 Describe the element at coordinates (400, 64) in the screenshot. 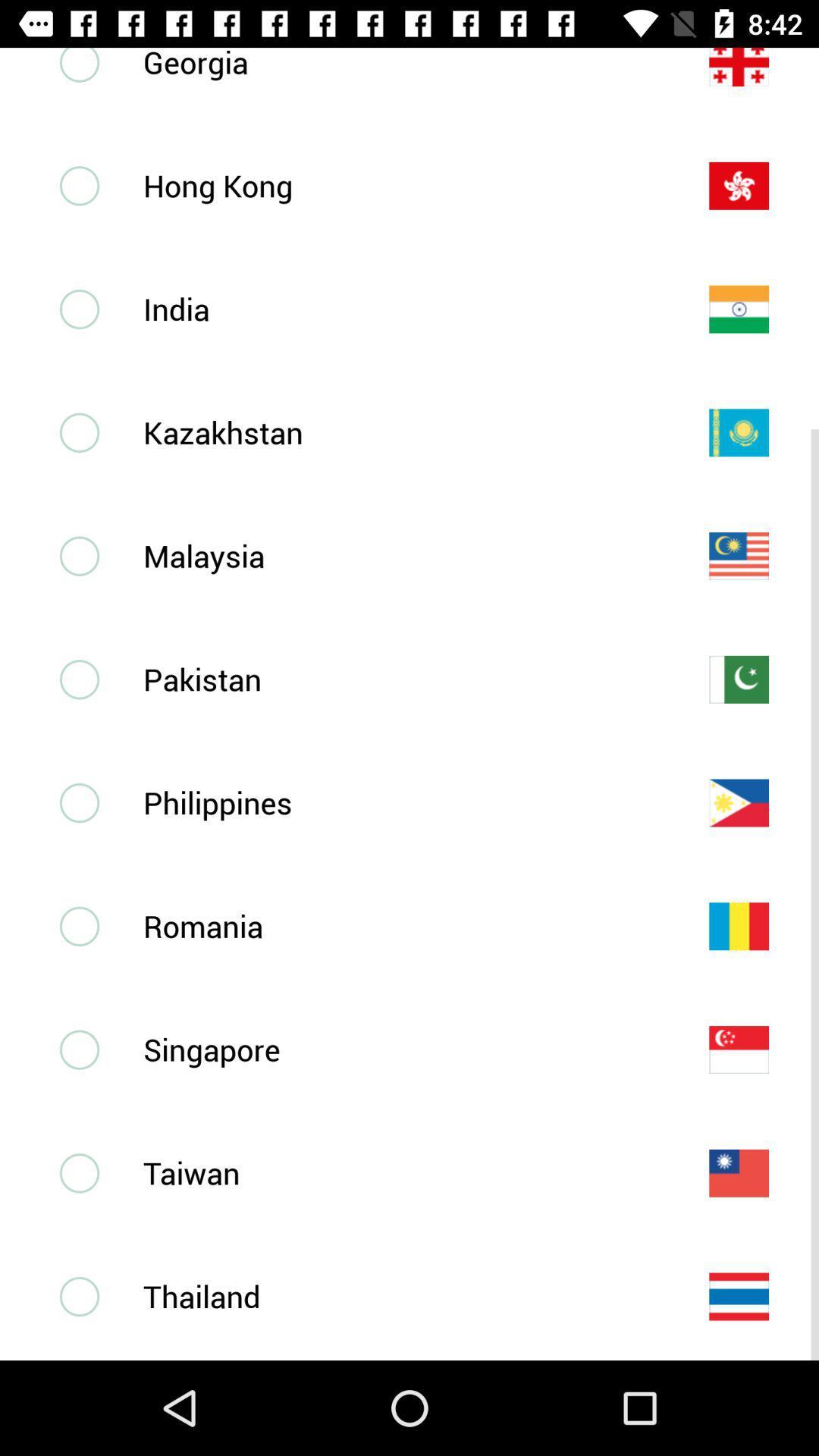

I see `georgia` at that location.